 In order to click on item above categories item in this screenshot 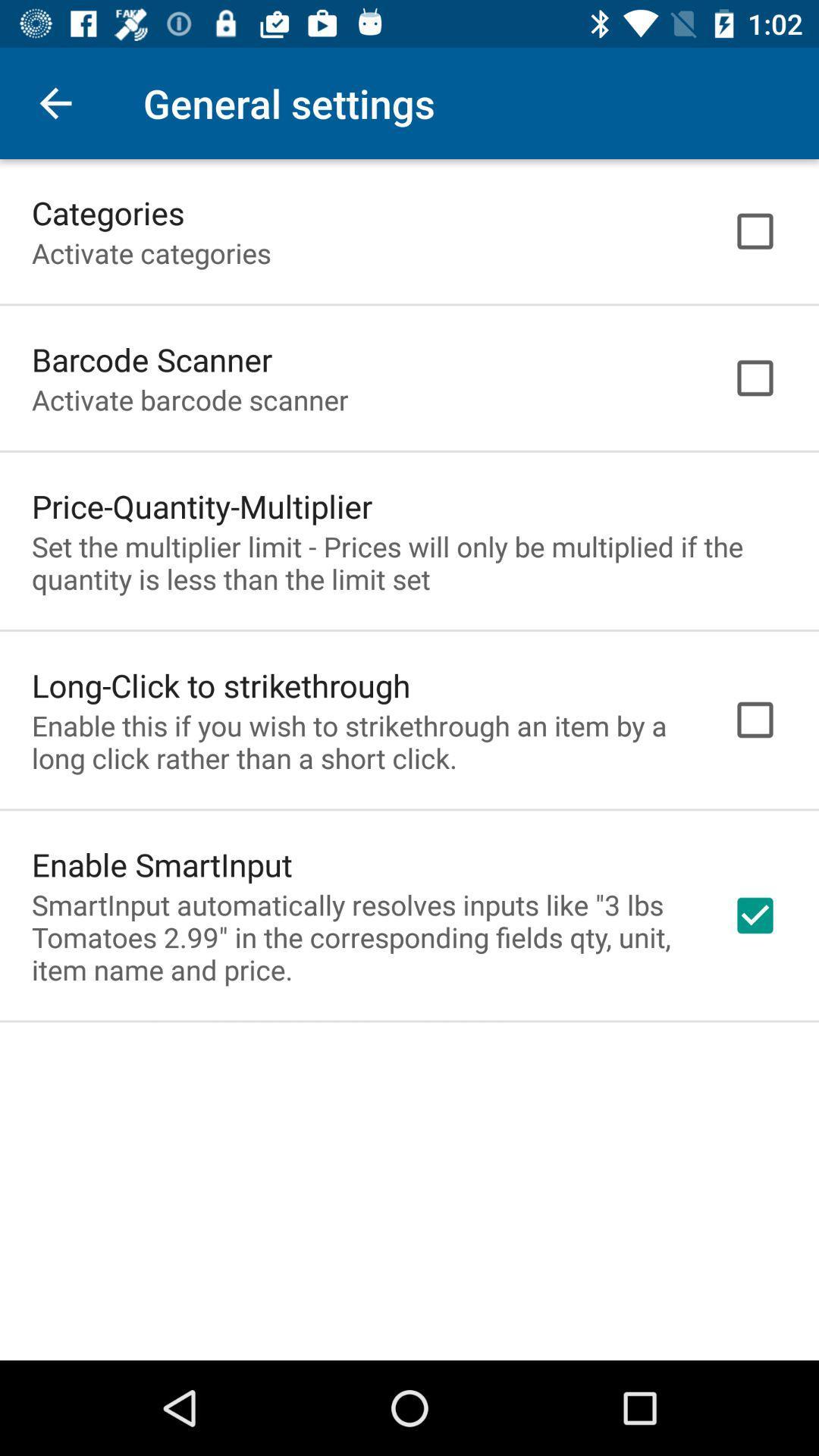, I will do `click(55, 102)`.